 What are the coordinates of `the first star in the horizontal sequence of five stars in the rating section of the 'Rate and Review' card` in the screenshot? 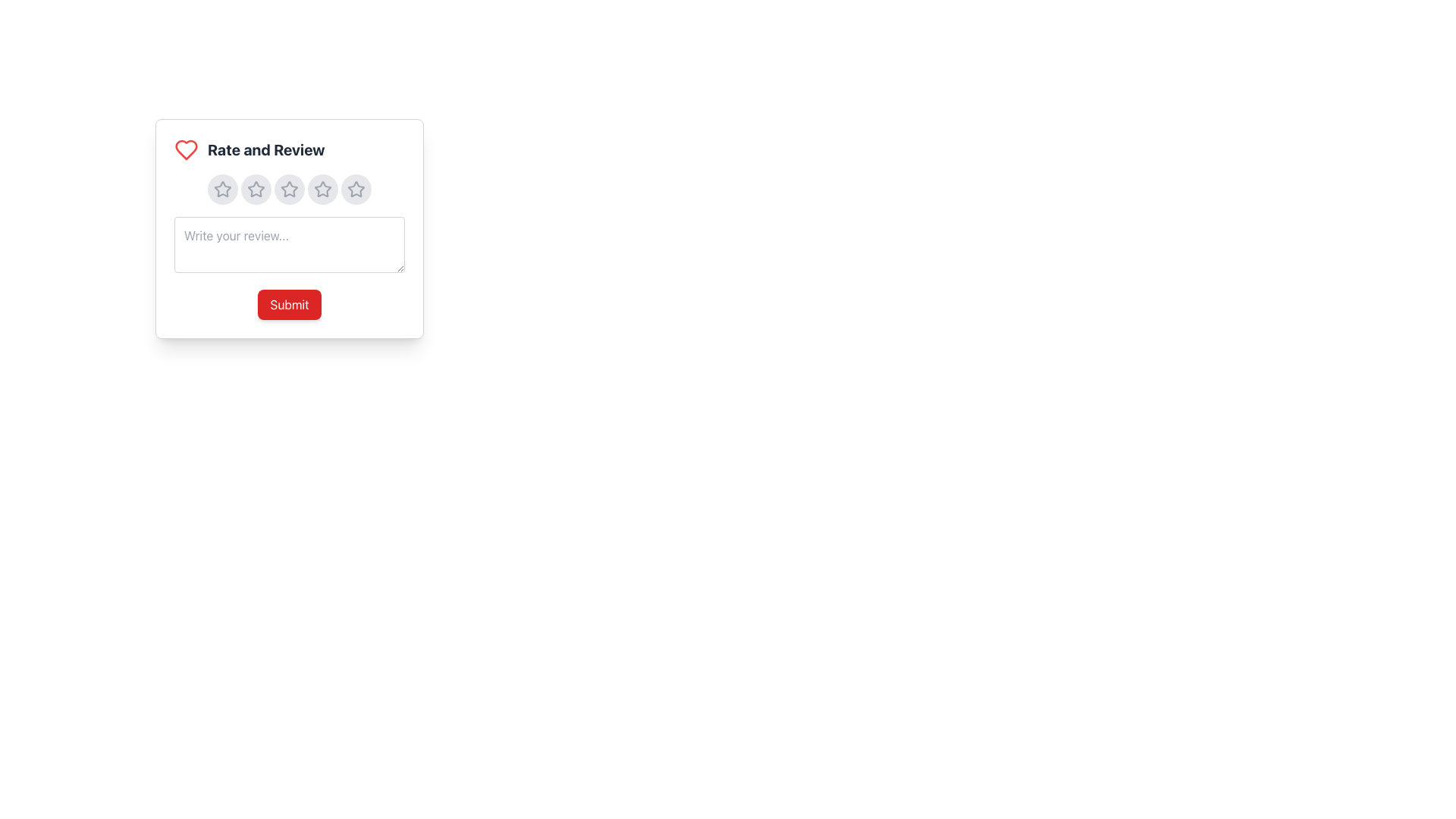 It's located at (221, 188).